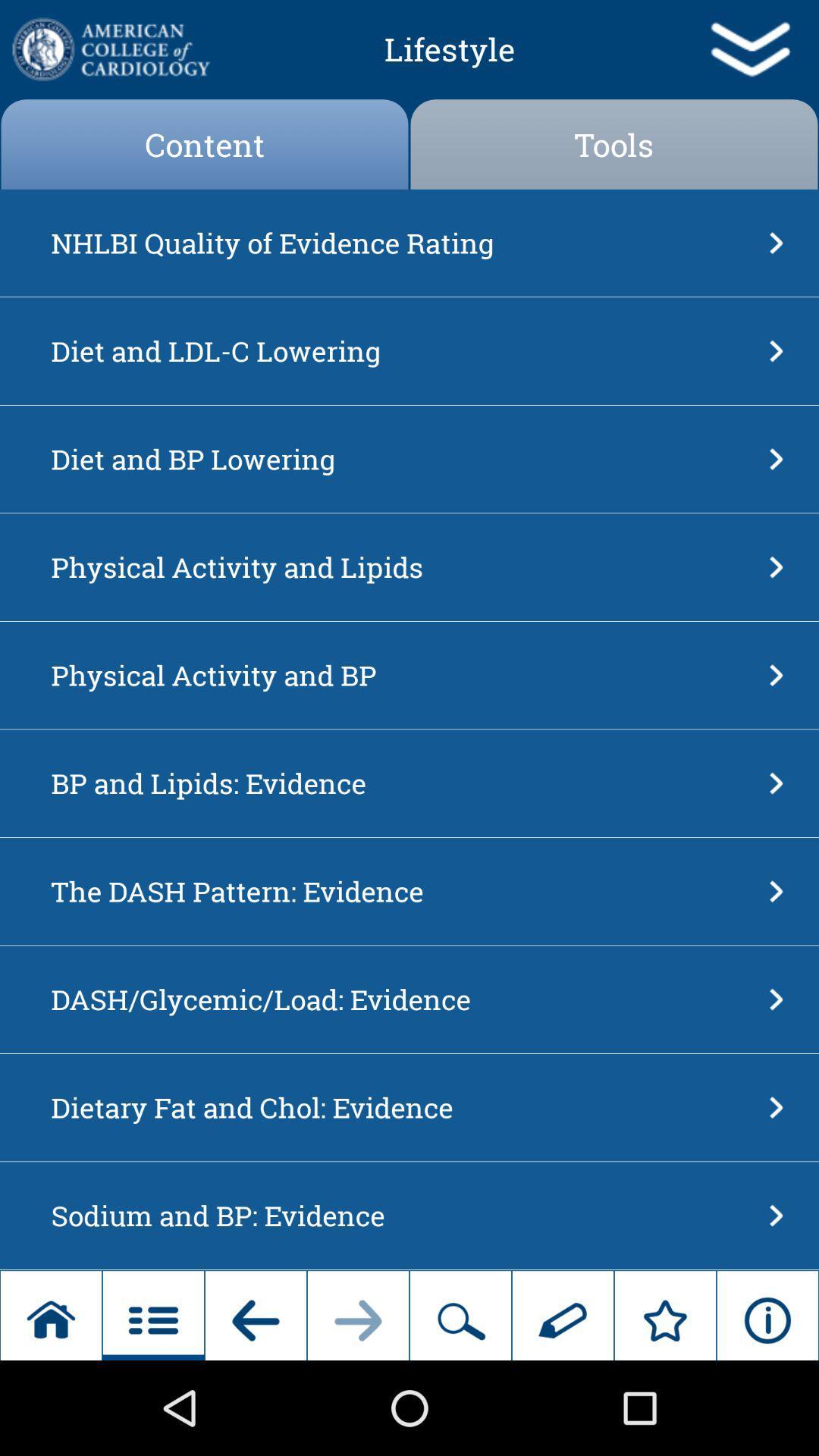 This screenshot has height=1456, width=819. What do you see at coordinates (109, 49) in the screenshot?
I see `university homepage` at bounding box center [109, 49].